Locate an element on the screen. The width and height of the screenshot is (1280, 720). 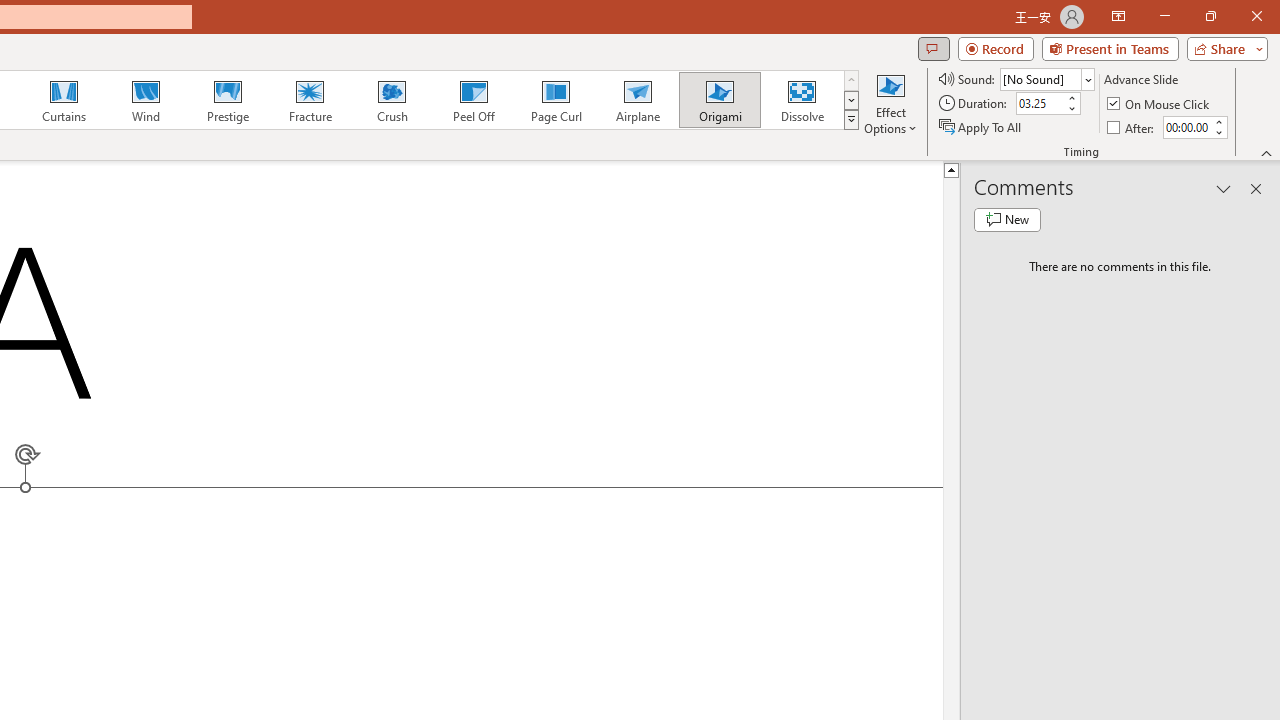
'Origami' is located at coordinates (720, 100).